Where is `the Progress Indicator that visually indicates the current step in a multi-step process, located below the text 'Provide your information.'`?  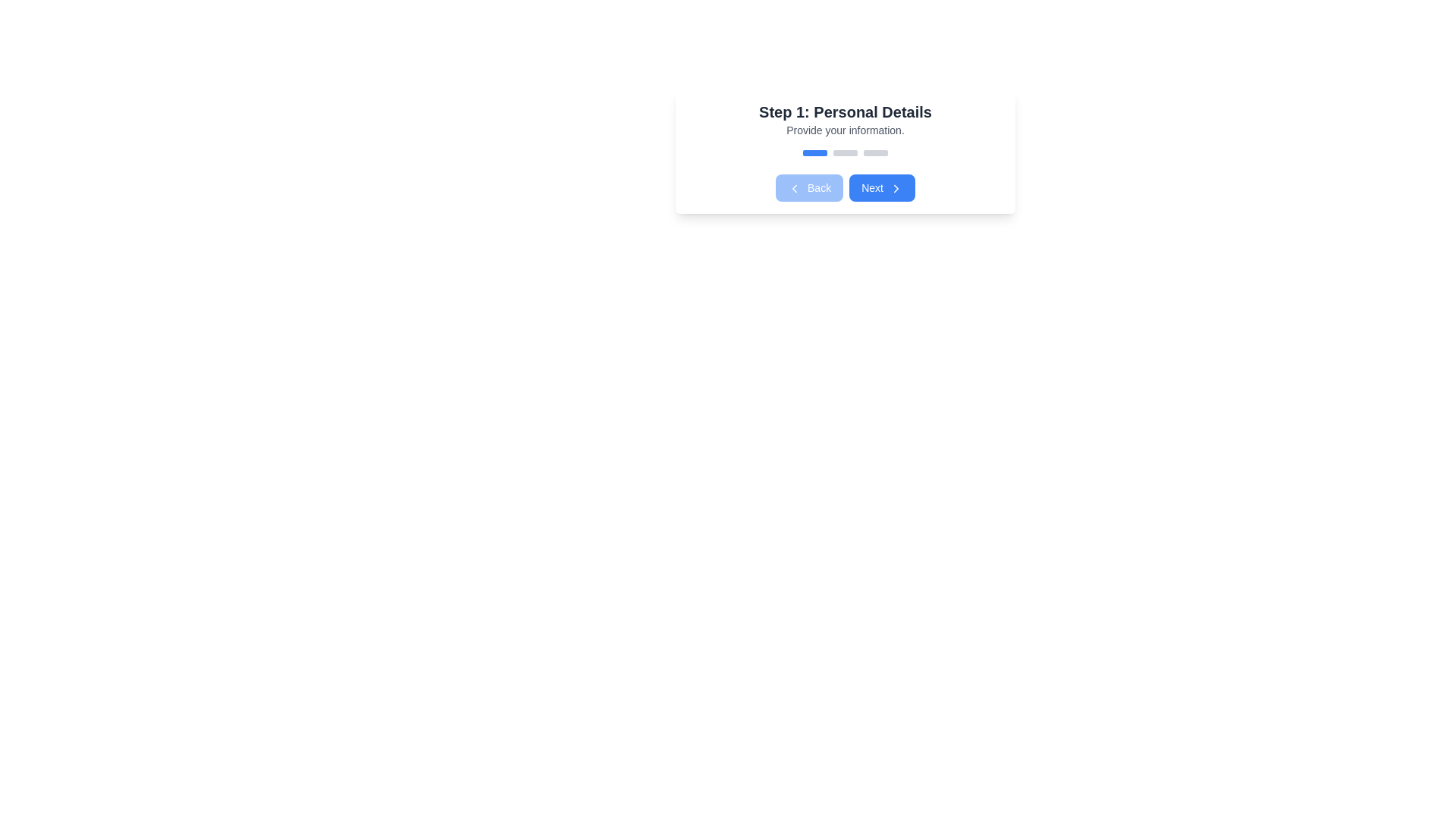
the Progress Indicator that visually indicates the current step in a multi-step process, located below the text 'Provide your information.' is located at coordinates (844, 152).